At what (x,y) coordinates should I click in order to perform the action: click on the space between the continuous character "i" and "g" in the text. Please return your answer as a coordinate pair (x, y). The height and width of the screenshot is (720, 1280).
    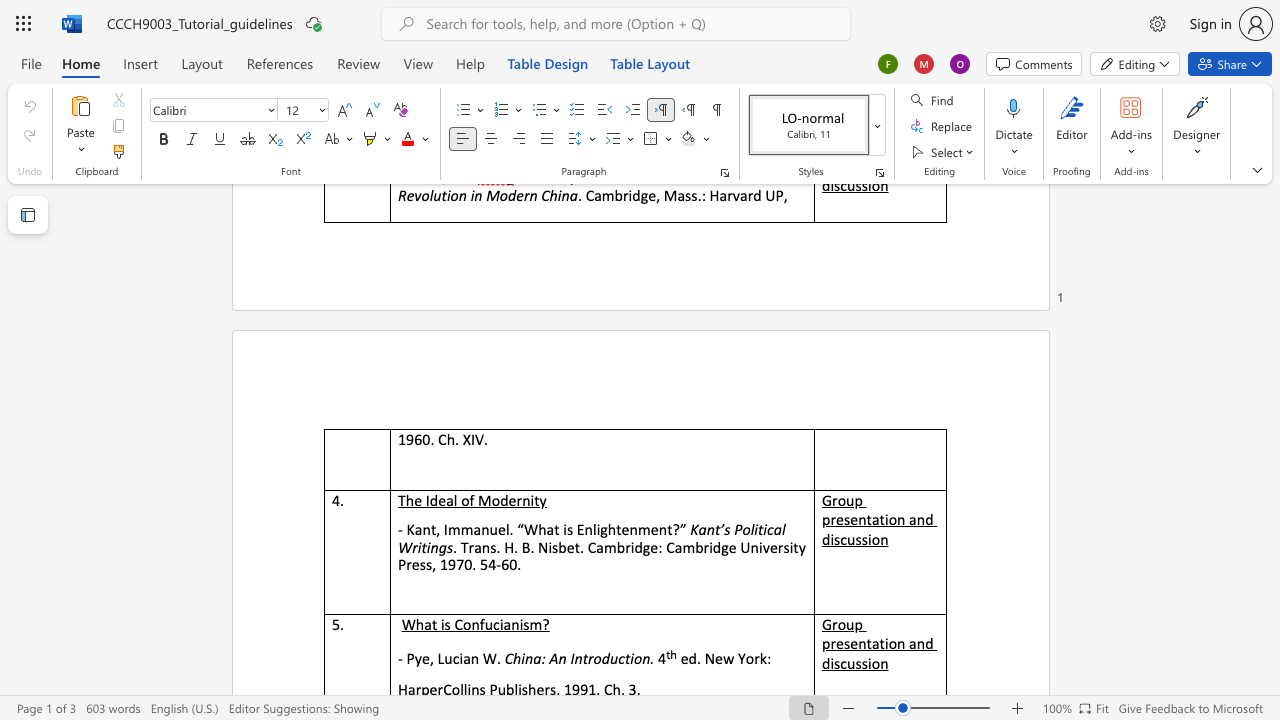
    Looking at the image, I should click on (600, 528).